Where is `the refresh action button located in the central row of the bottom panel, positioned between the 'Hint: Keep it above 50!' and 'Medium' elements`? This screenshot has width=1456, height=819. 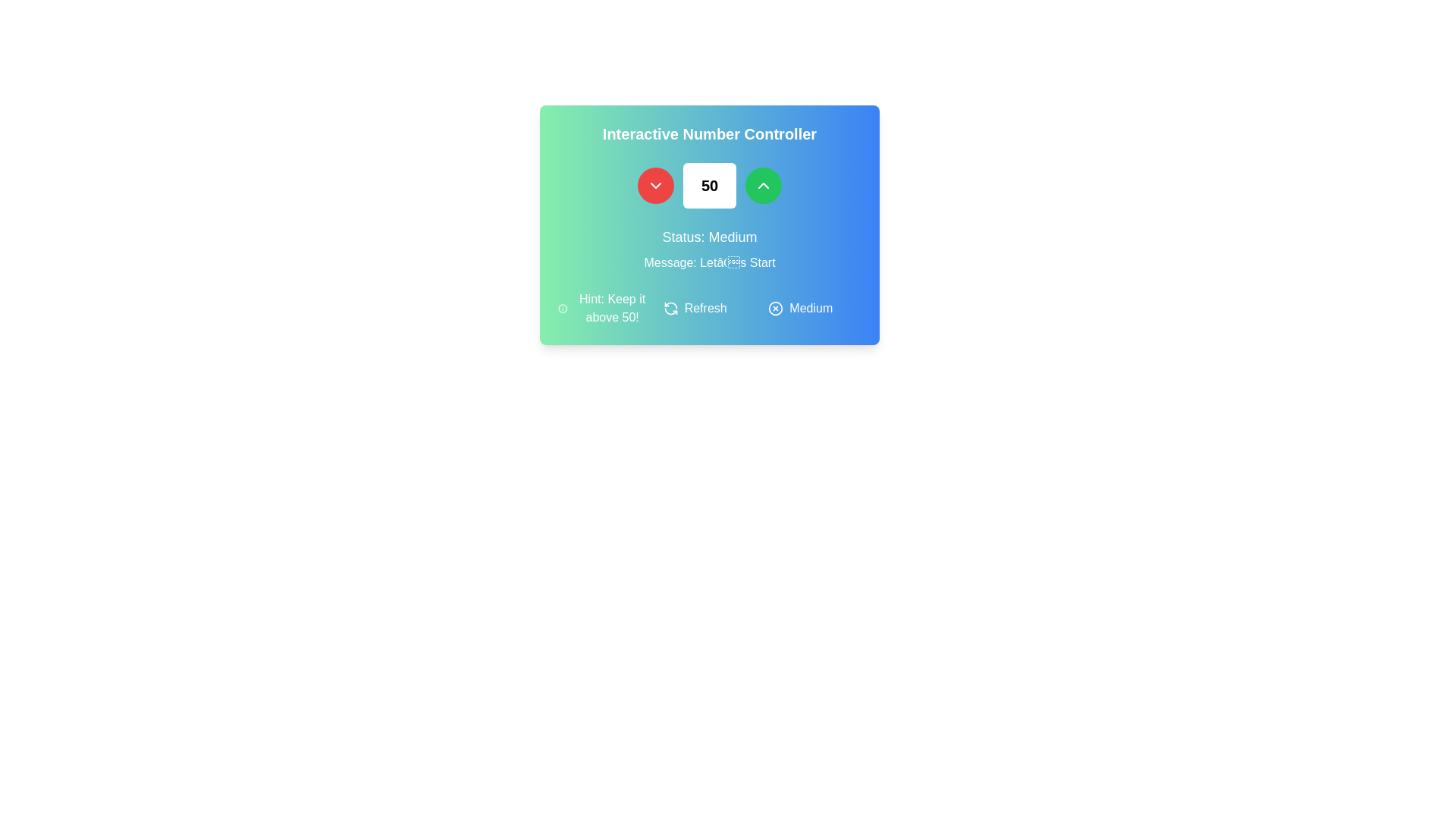 the refresh action button located in the central row of the bottom panel, positioned between the 'Hint: Keep it above 50!' and 'Medium' elements is located at coordinates (709, 308).